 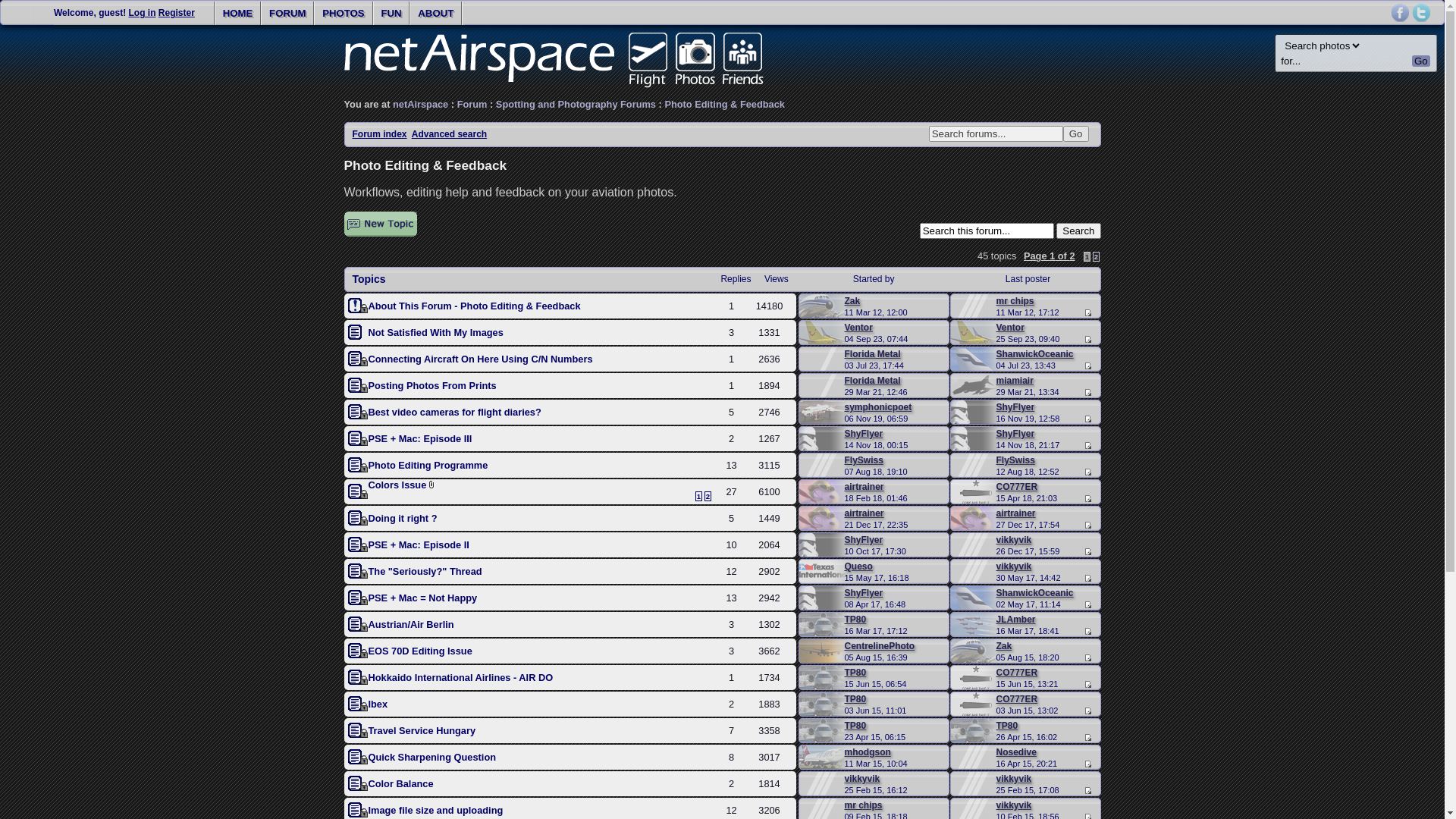 What do you see at coordinates (868, 752) in the screenshot?
I see `'mhodgson'` at bounding box center [868, 752].